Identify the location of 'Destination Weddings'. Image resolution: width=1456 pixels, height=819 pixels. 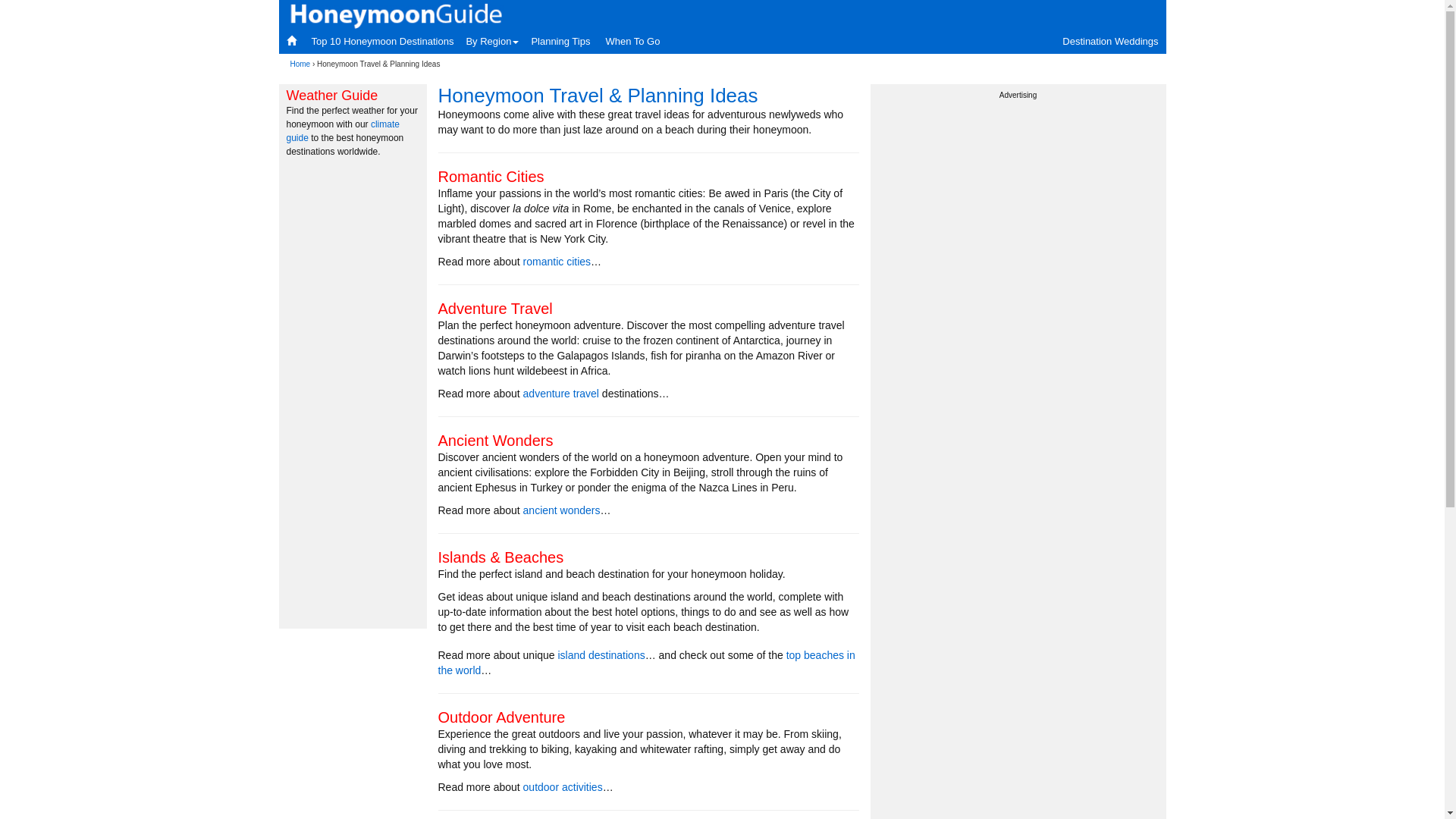
(1110, 40).